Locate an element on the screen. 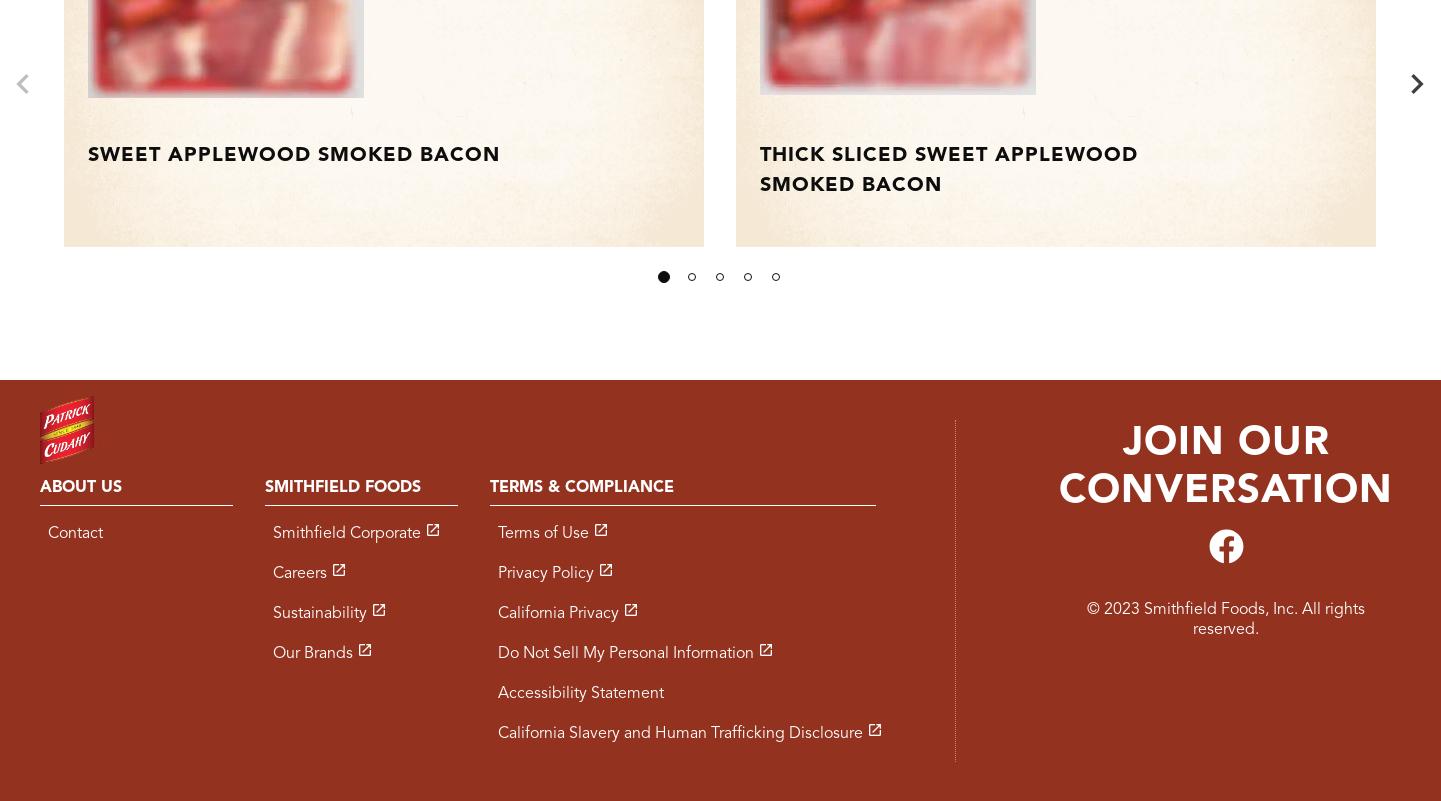  'Careers' is located at coordinates (271, 572).